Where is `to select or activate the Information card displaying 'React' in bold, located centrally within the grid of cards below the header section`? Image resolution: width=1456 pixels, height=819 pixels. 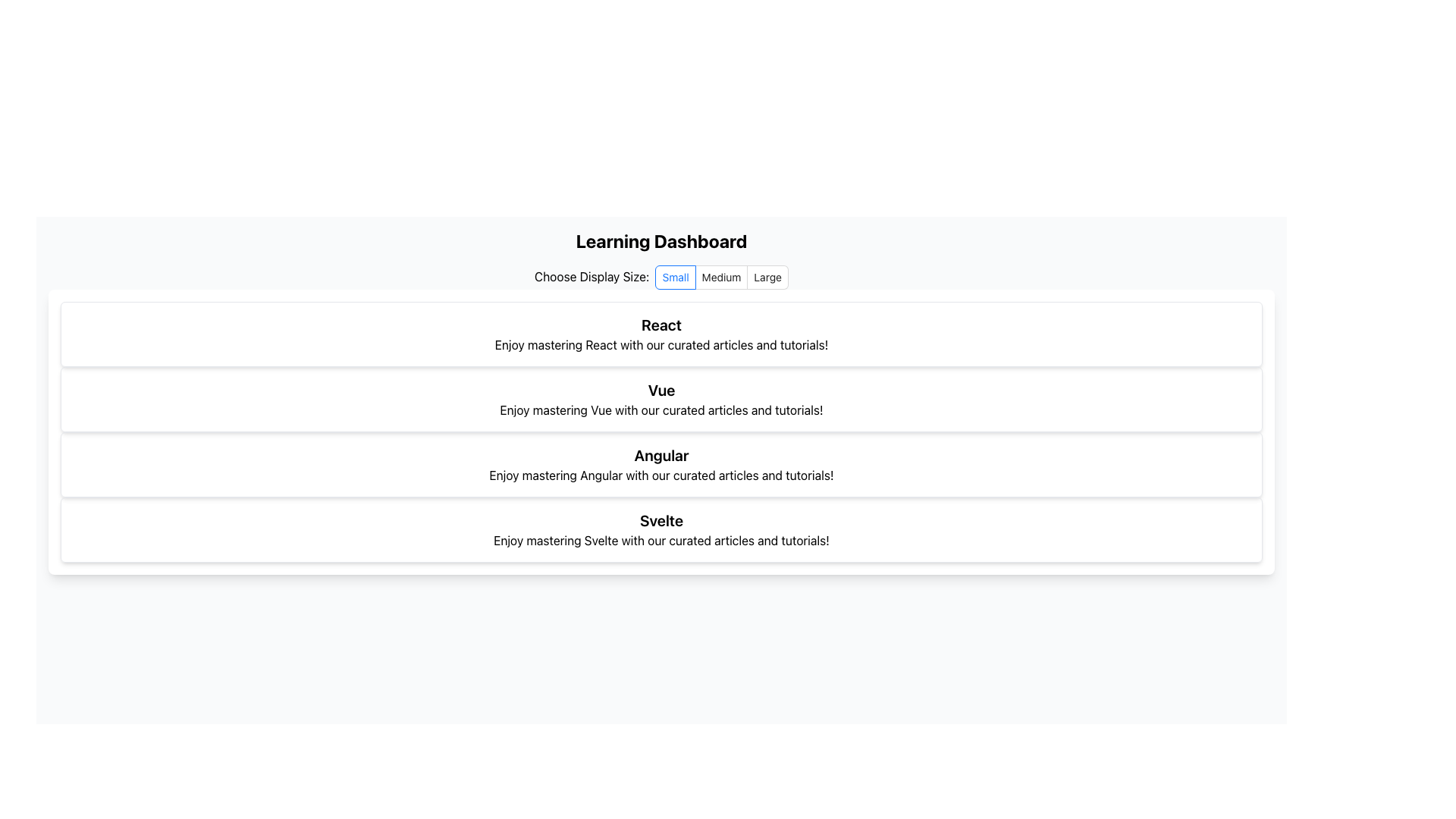 to select or activate the Information card displaying 'React' in bold, located centrally within the grid of cards below the header section is located at coordinates (661, 333).